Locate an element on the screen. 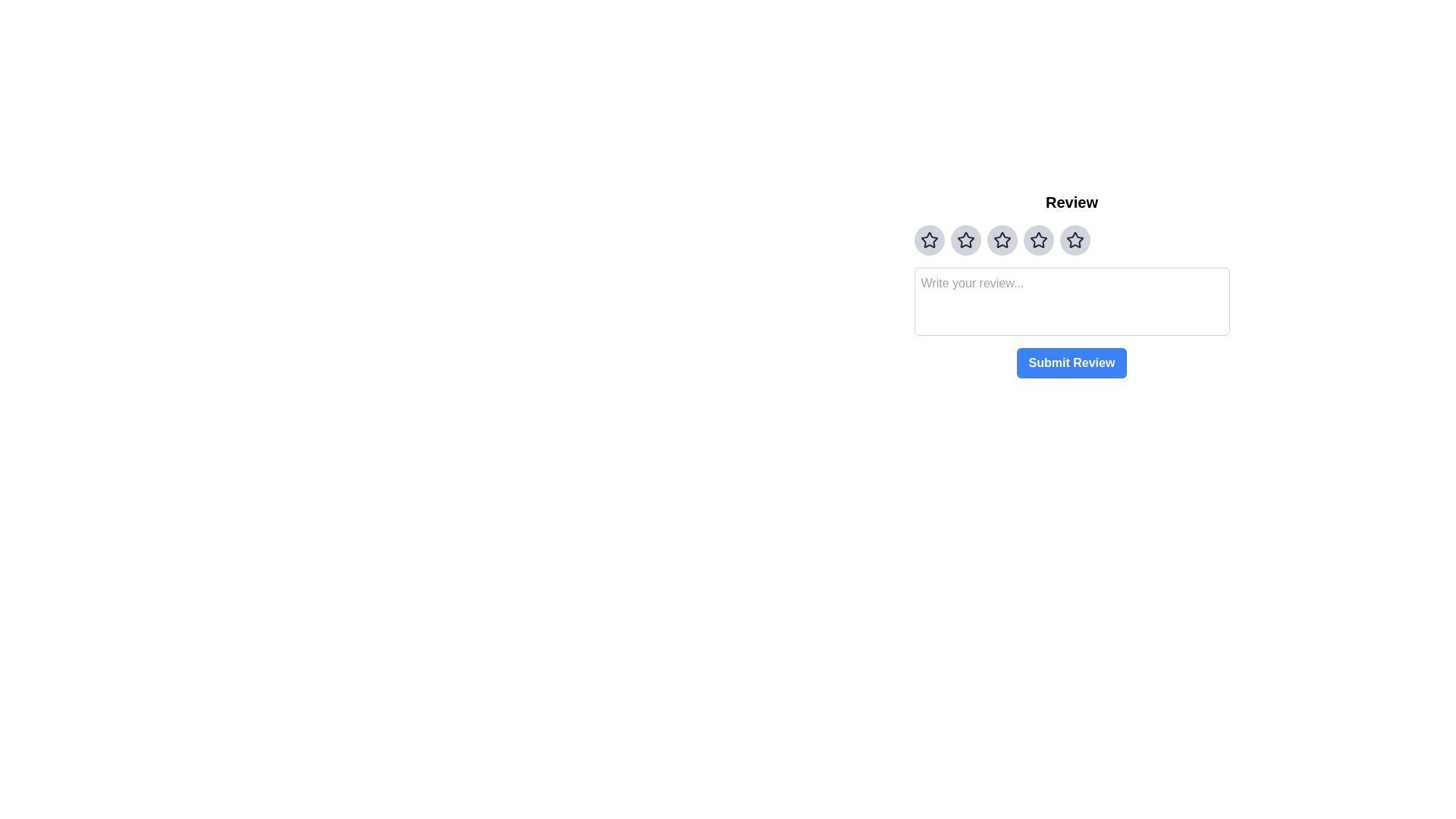 The width and height of the screenshot is (1456, 819). the second circular star button is located at coordinates (965, 239).